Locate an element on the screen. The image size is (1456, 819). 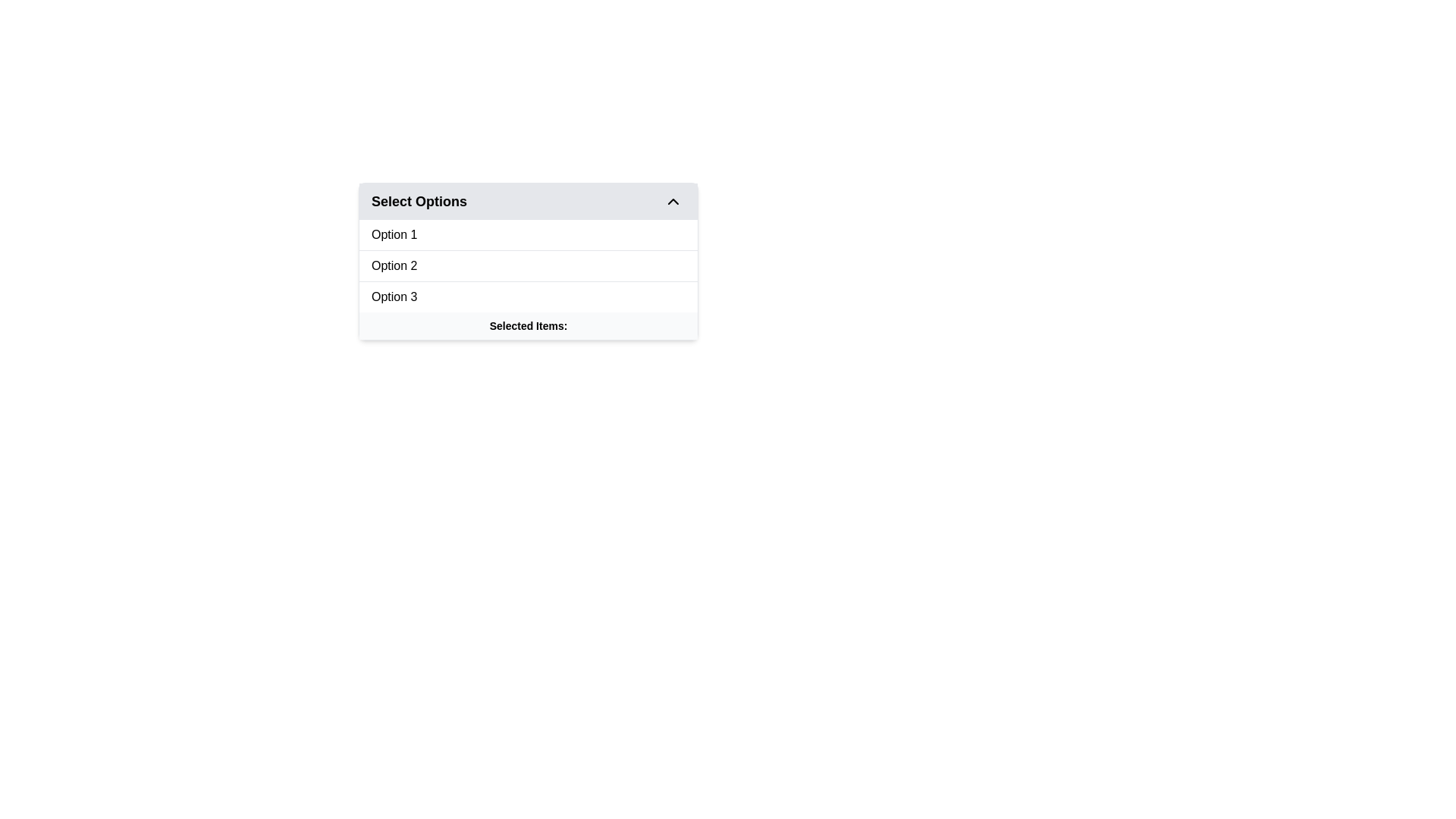
the minimalistic button with a gray background and an upward-pointing chevron arrow symbol located on the rightmost side of the header labeled 'Select Options' is located at coordinates (673, 201).